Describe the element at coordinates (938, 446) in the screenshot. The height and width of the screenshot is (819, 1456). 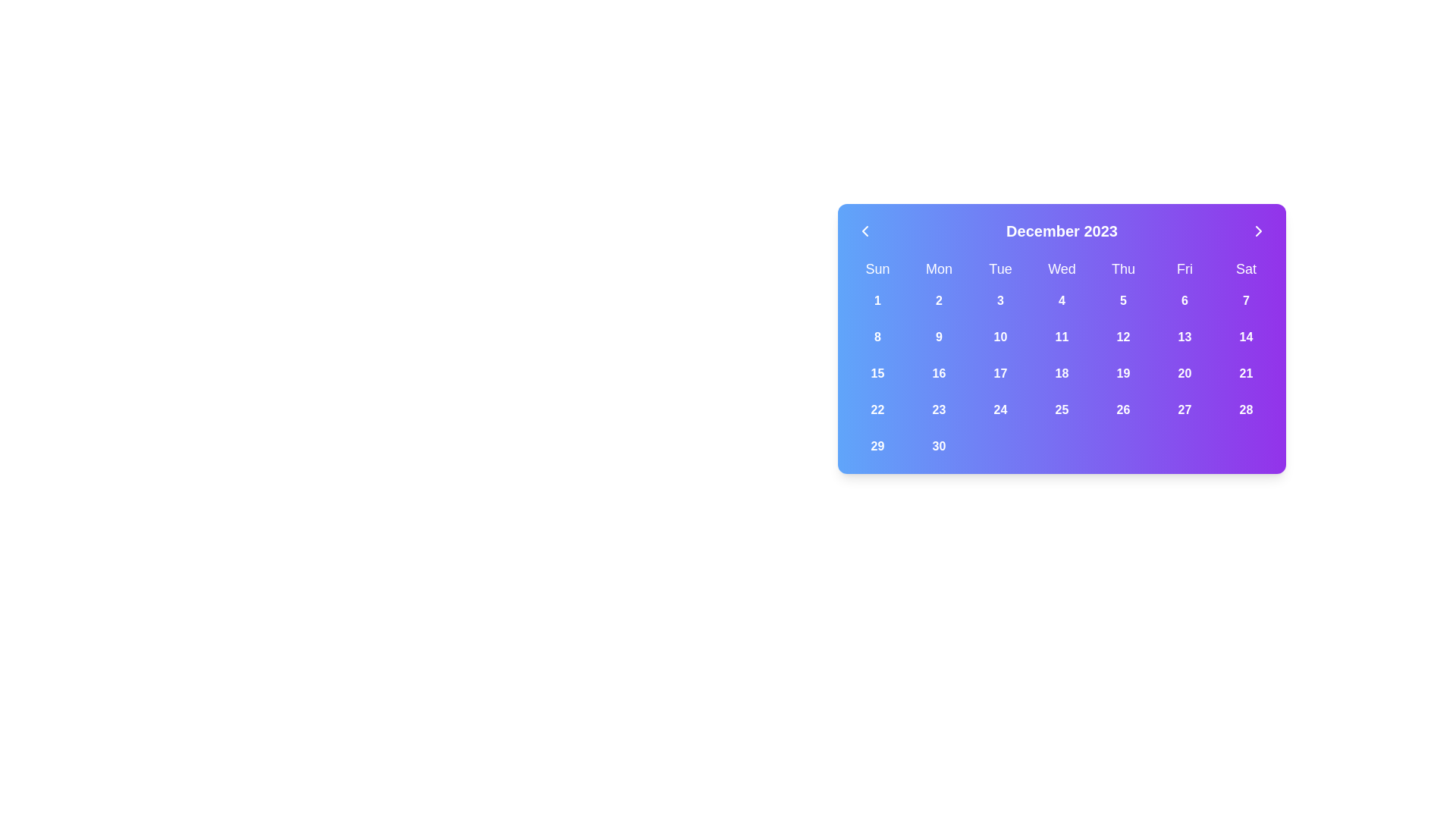
I see `the button representing the day '30'` at that location.